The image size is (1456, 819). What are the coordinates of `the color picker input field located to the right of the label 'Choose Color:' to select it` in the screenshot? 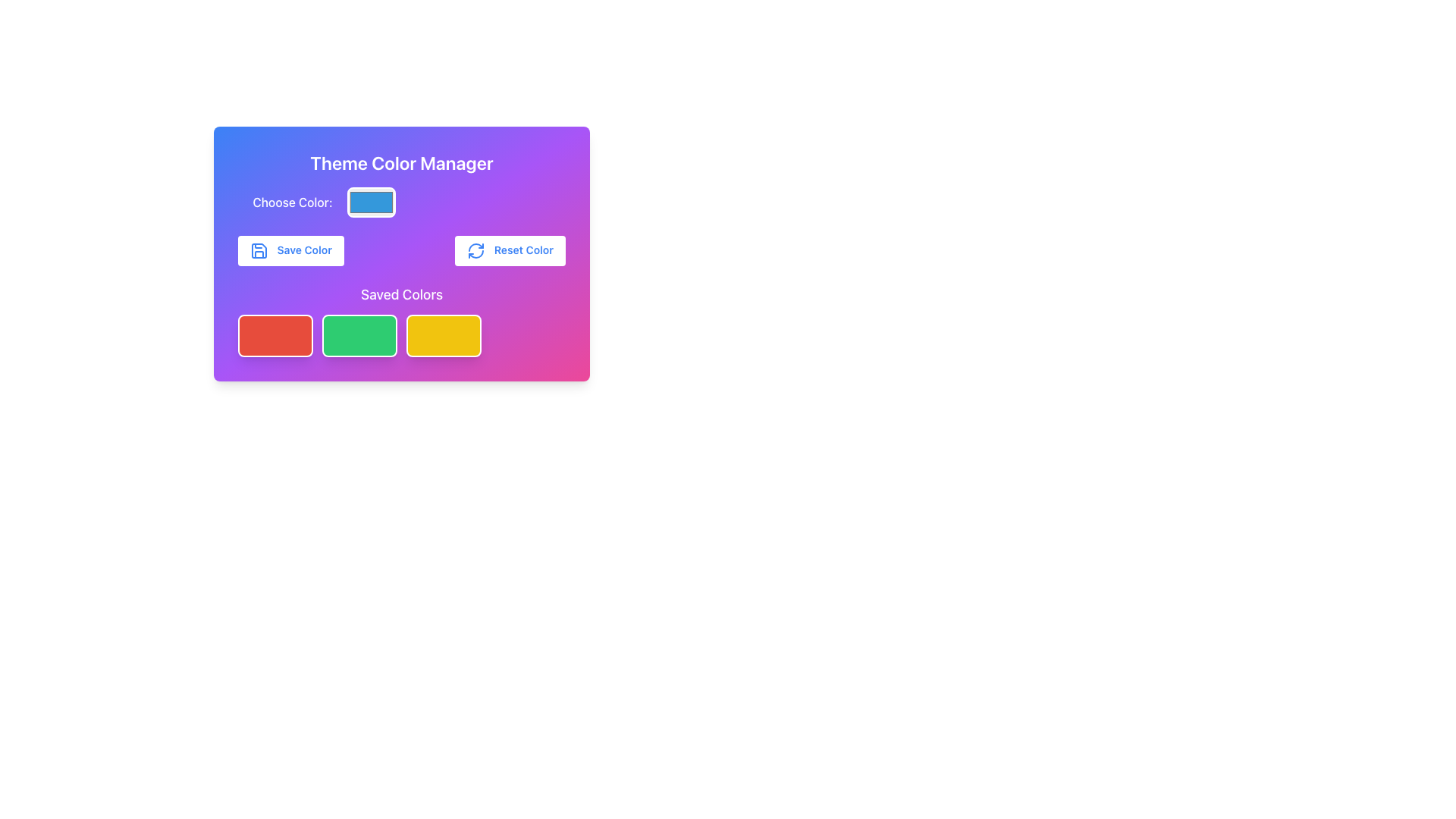 It's located at (371, 201).